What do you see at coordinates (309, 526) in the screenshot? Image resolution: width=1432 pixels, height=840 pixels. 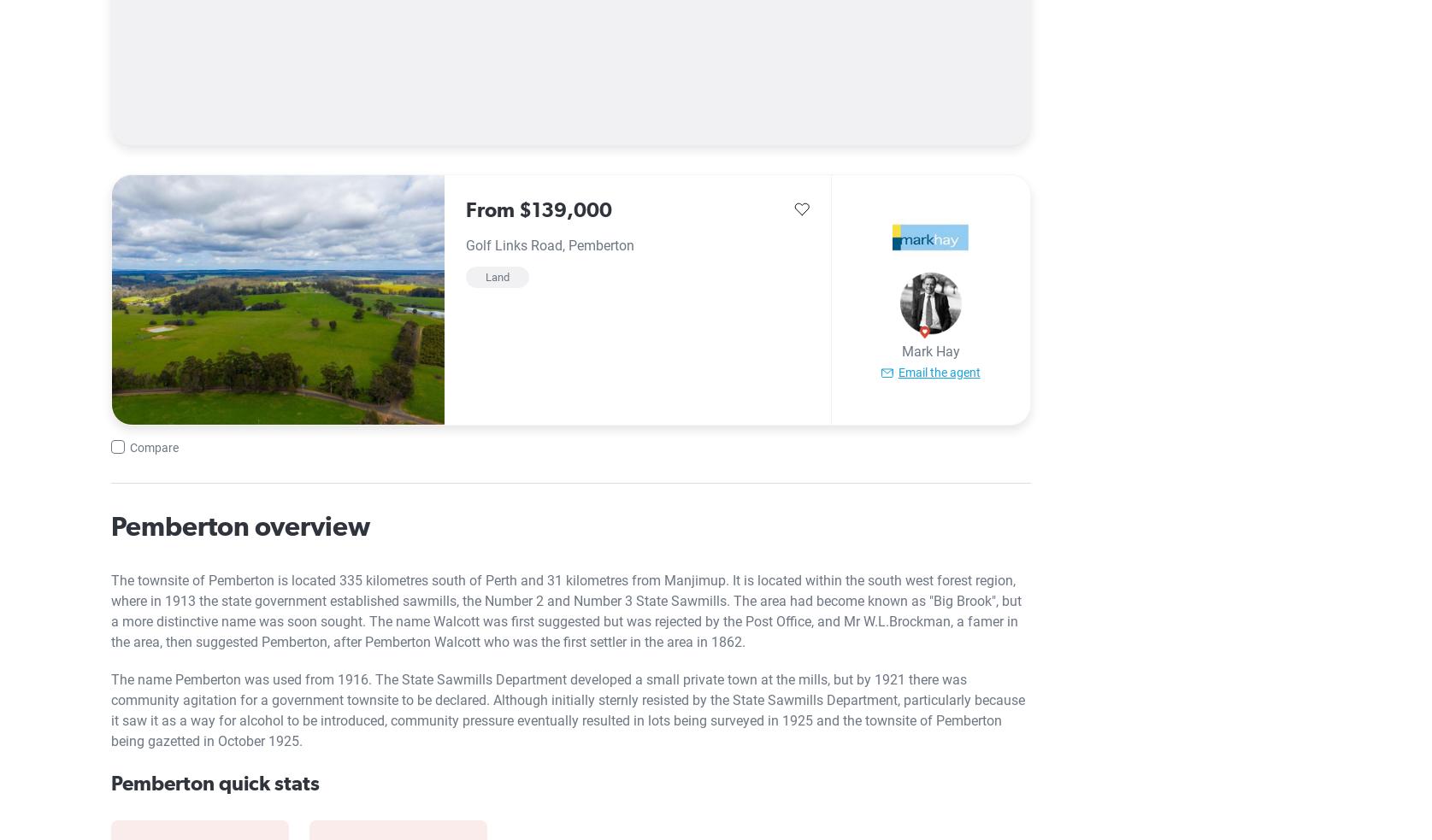 I see `'overview'` at bounding box center [309, 526].